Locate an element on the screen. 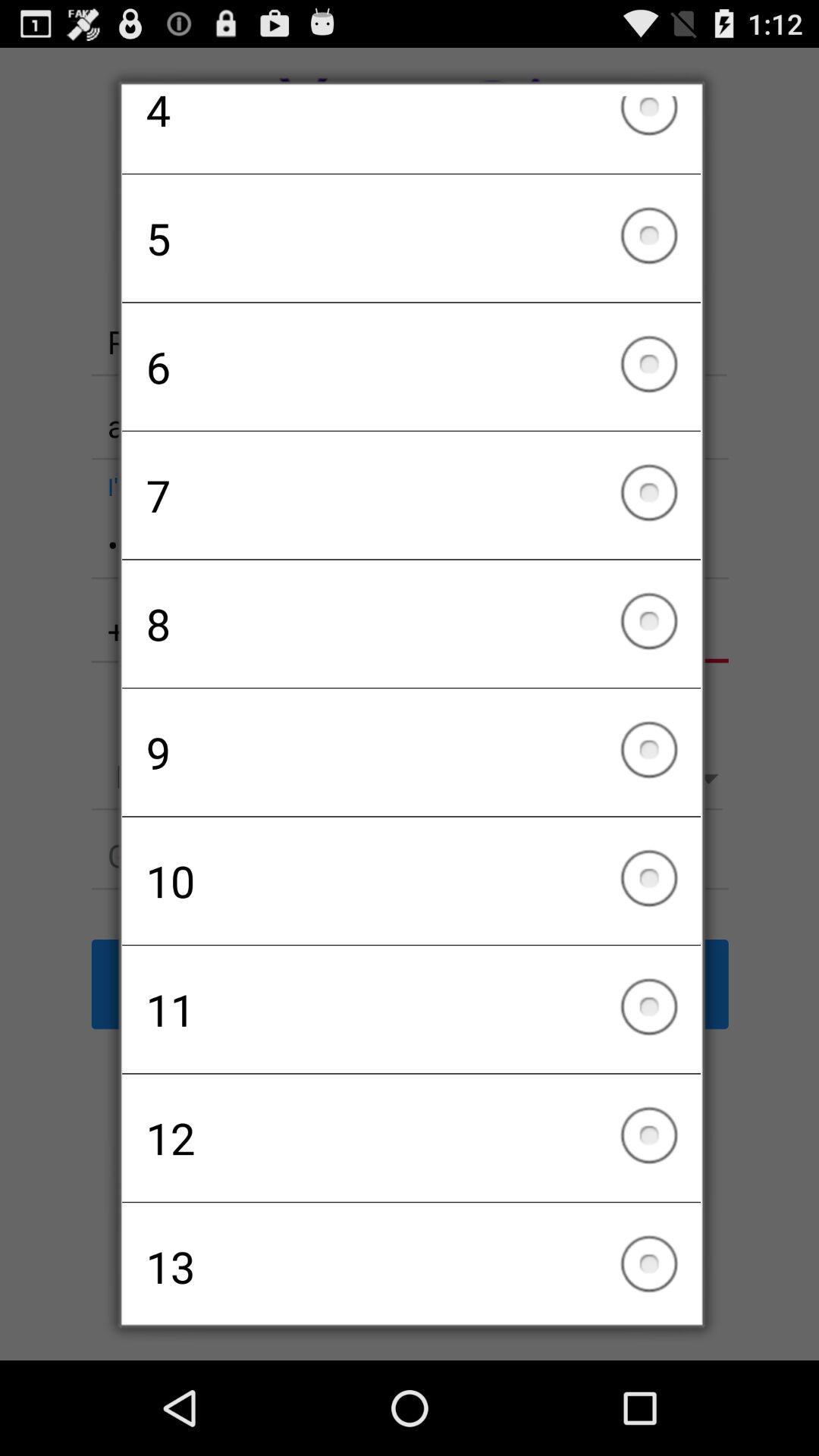 This screenshot has width=819, height=1456. the 11 is located at coordinates (411, 1009).